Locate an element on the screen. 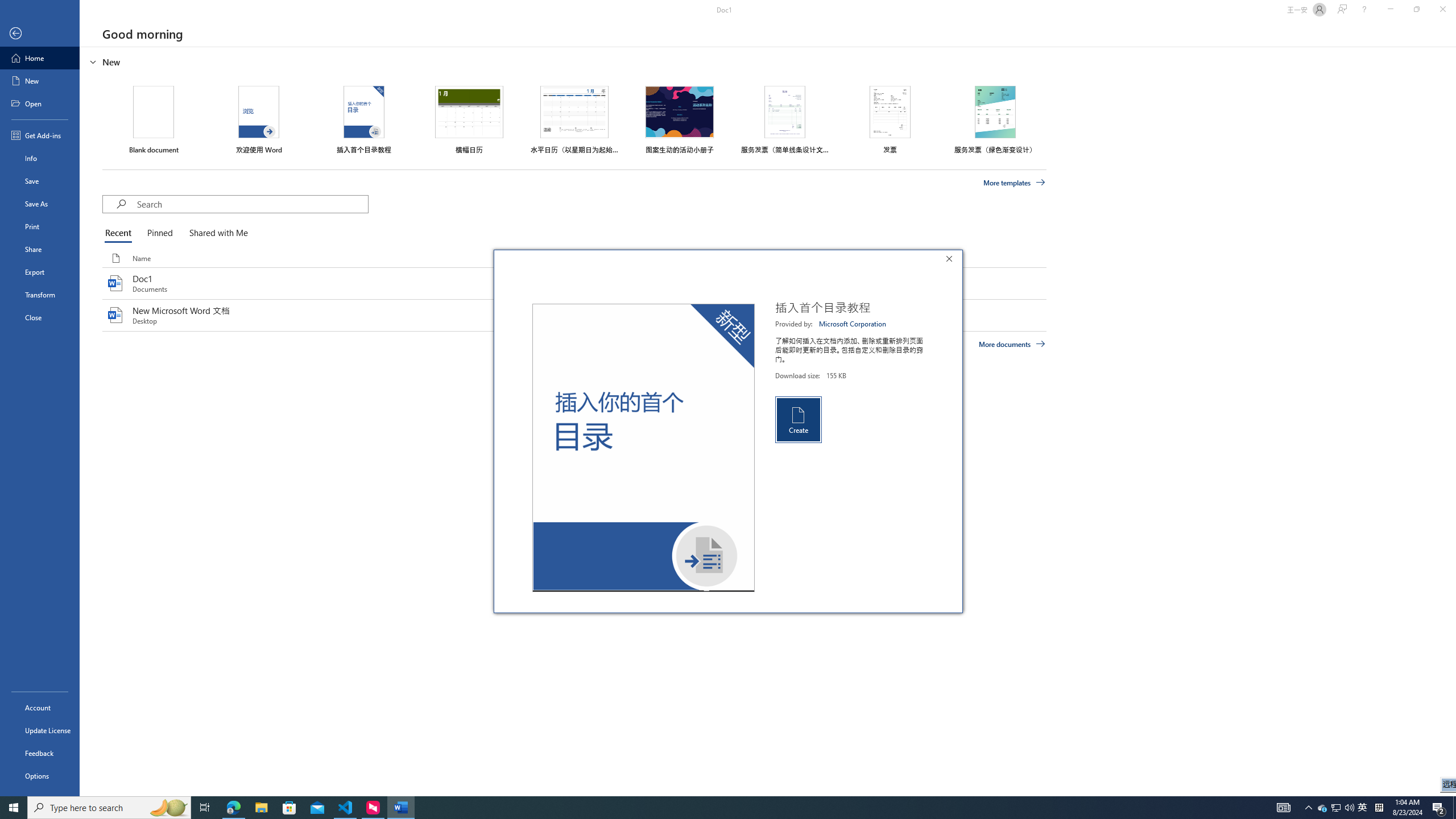  'Get Add-ins' is located at coordinates (39, 135).